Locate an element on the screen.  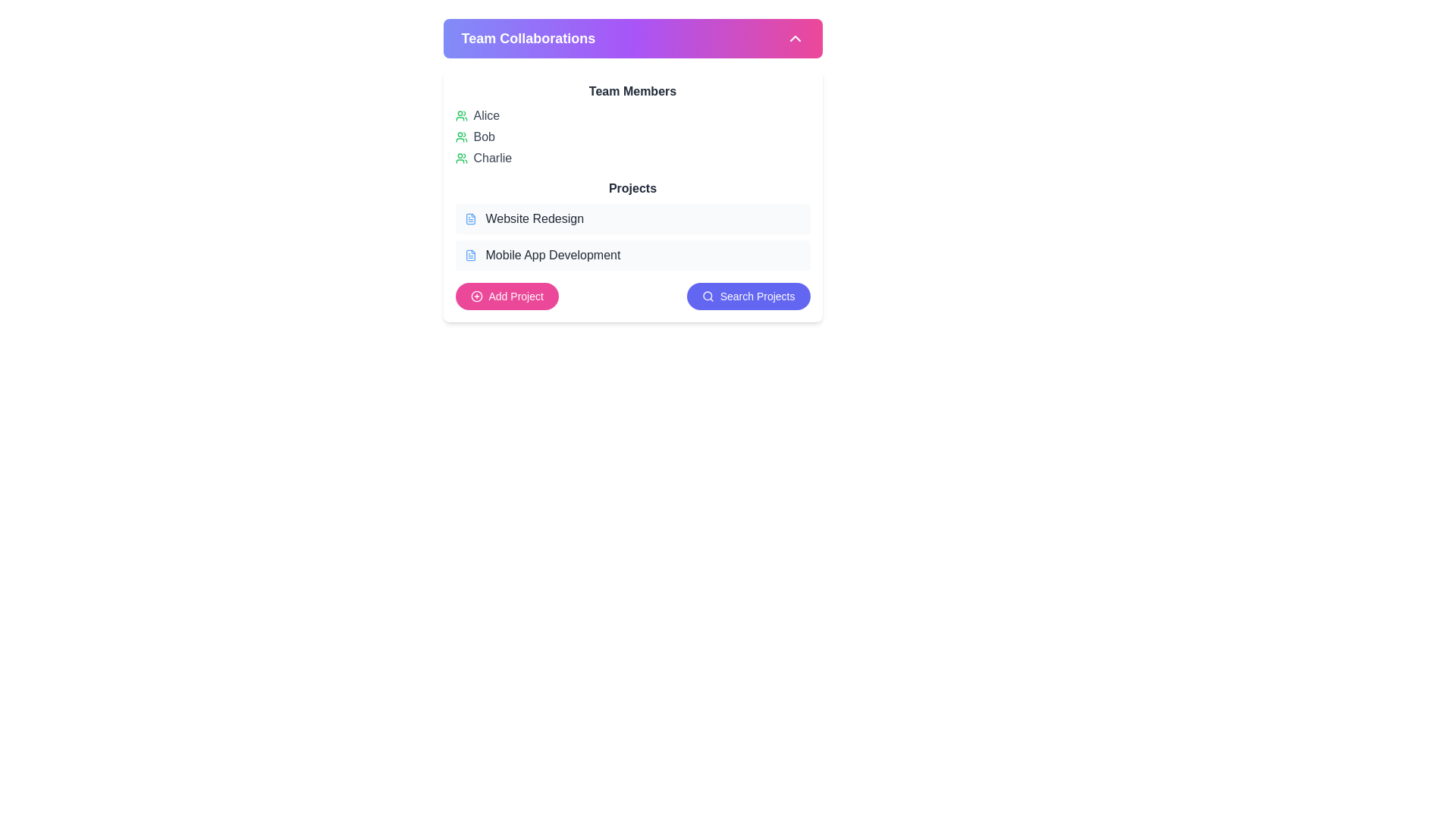
the text label 'Mobile App Development' which is styled in gray (#444) and positioned next to a document icon in the 'Projects' section of the 'Team Collaborations' card is located at coordinates (552, 254).